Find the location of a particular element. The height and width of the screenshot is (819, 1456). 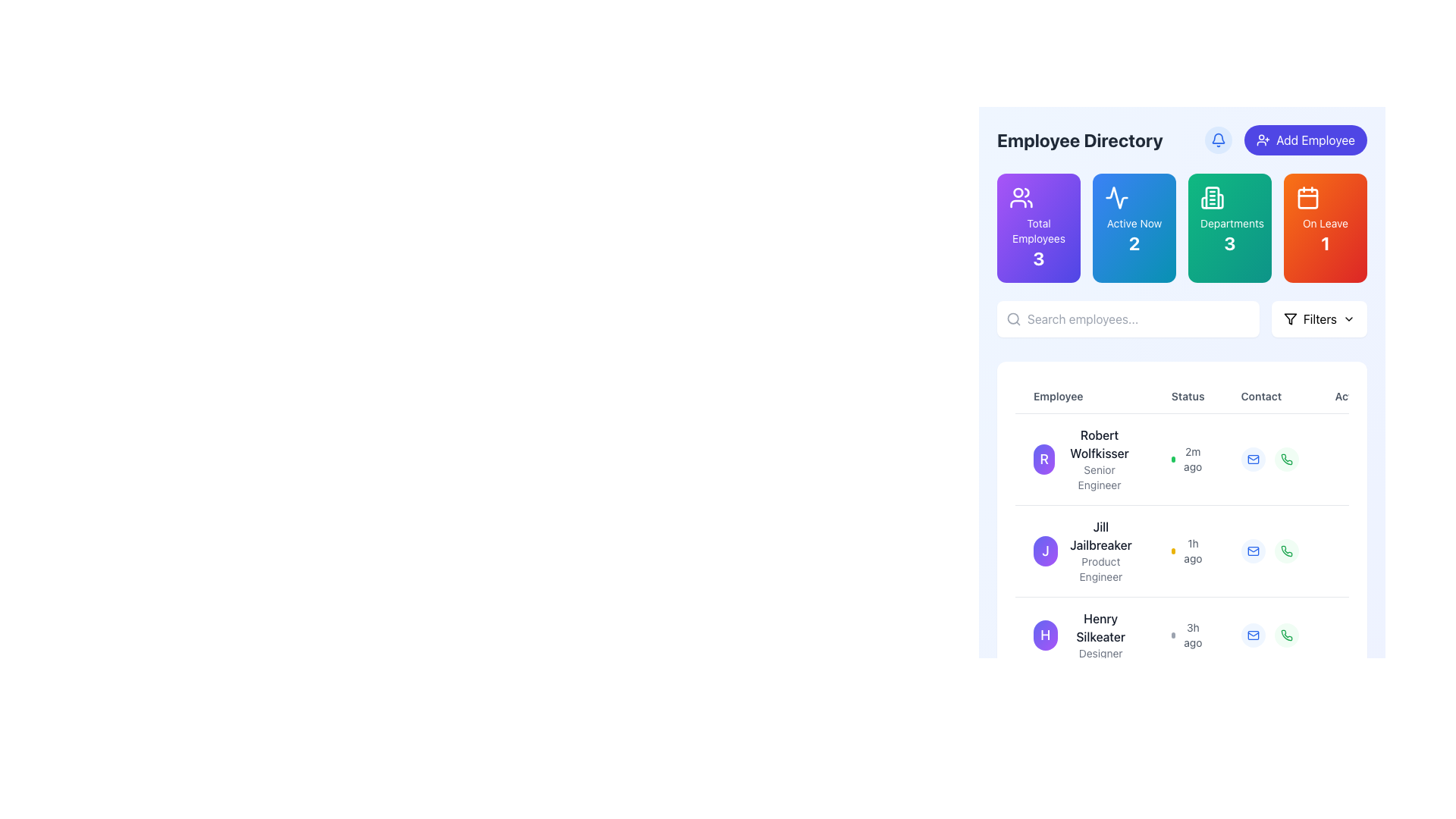

the search icon located at the far left of the search bar, which symbolizes the search functionality is located at coordinates (1014, 318).